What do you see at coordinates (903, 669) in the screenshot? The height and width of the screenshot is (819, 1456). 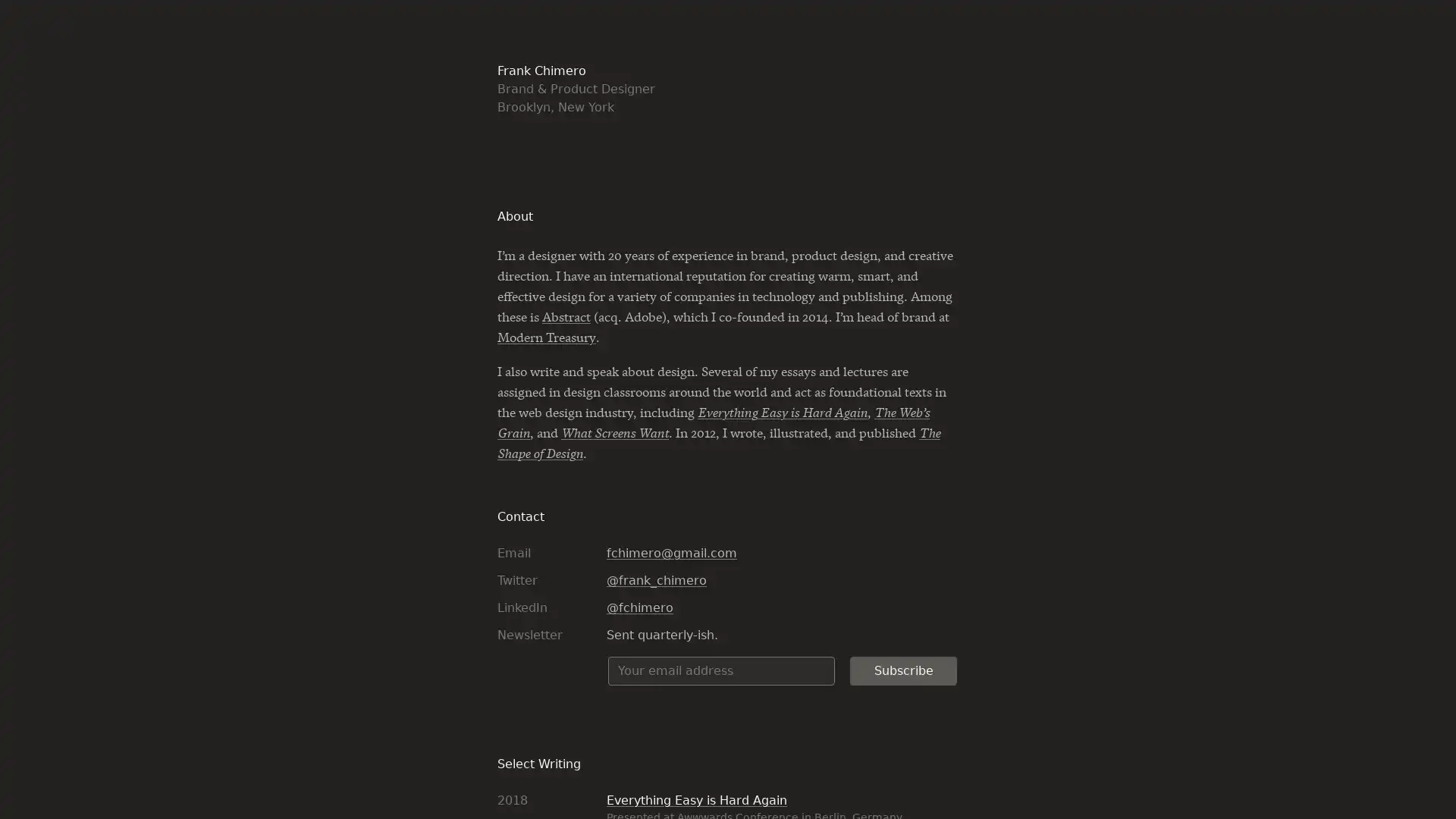 I see `Subscribe` at bounding box center [903, 669].